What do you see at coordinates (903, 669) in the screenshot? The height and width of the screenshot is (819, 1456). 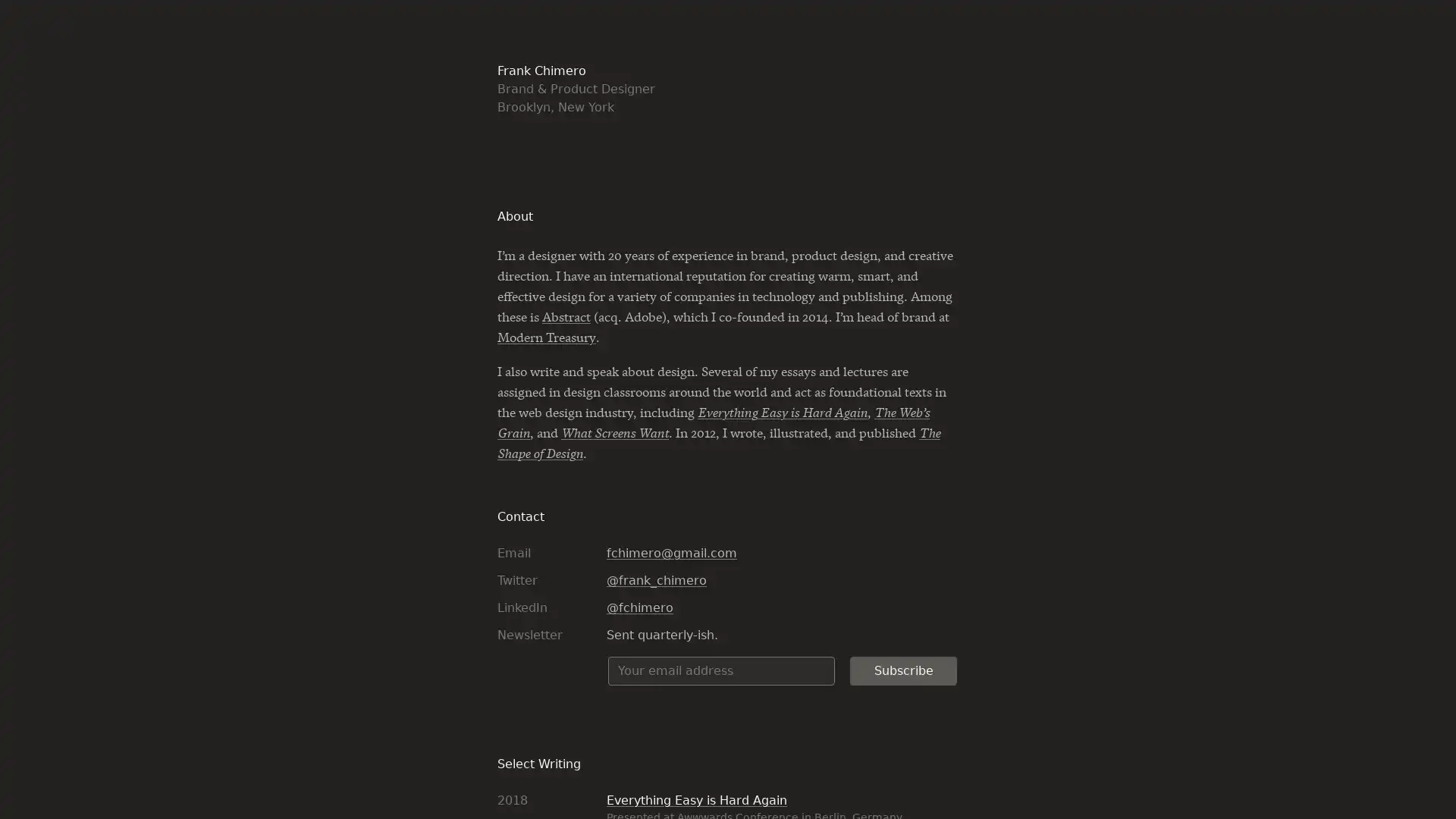 I see `Subscribe` at bounding box center [903, 669].